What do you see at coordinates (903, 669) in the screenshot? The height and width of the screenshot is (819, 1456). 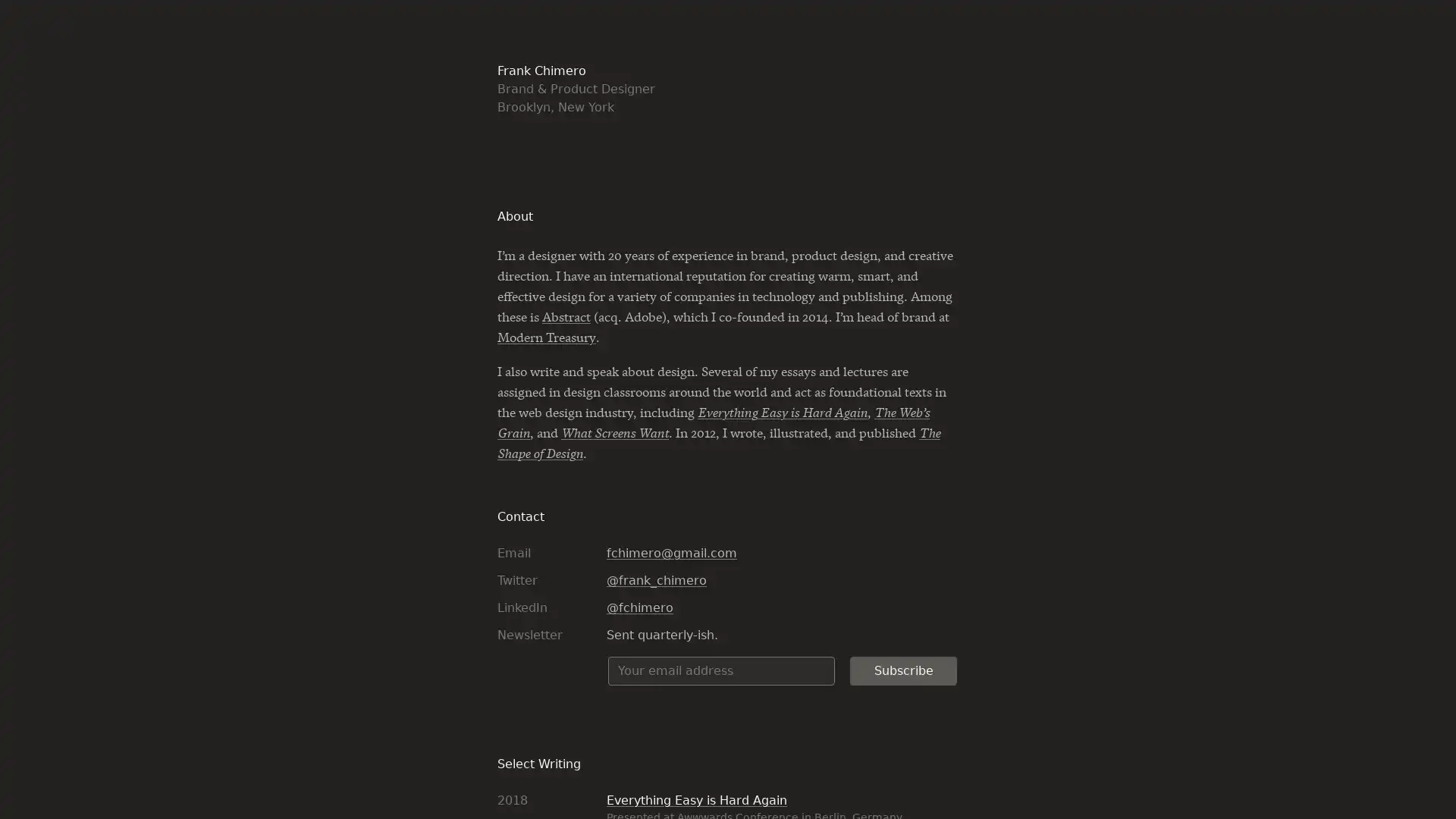 I see `Subscribe` at bounding box center [903, 669].